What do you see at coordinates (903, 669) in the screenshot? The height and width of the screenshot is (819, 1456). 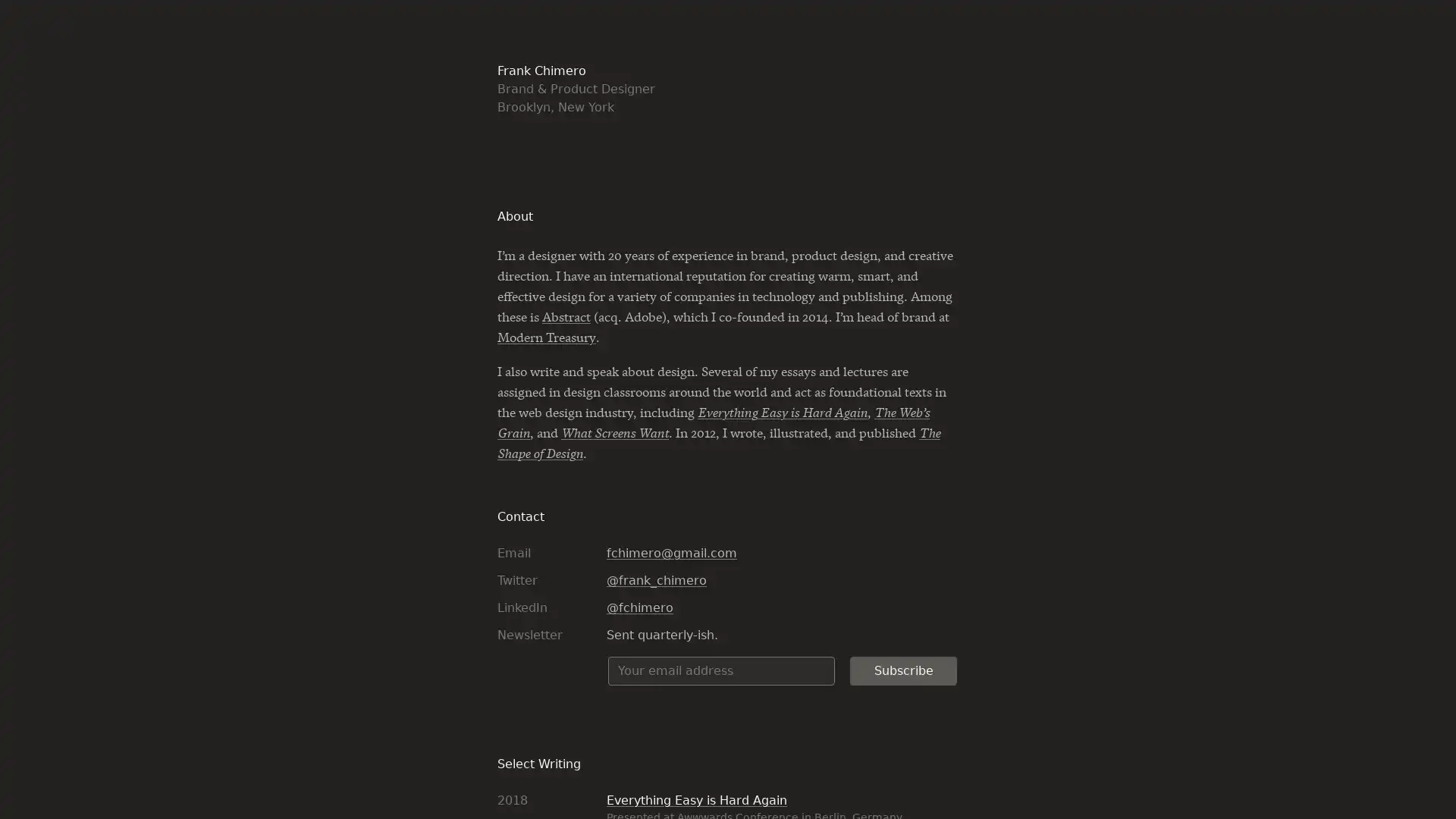 I see `Subscribe` at bounding box center [903, 669].